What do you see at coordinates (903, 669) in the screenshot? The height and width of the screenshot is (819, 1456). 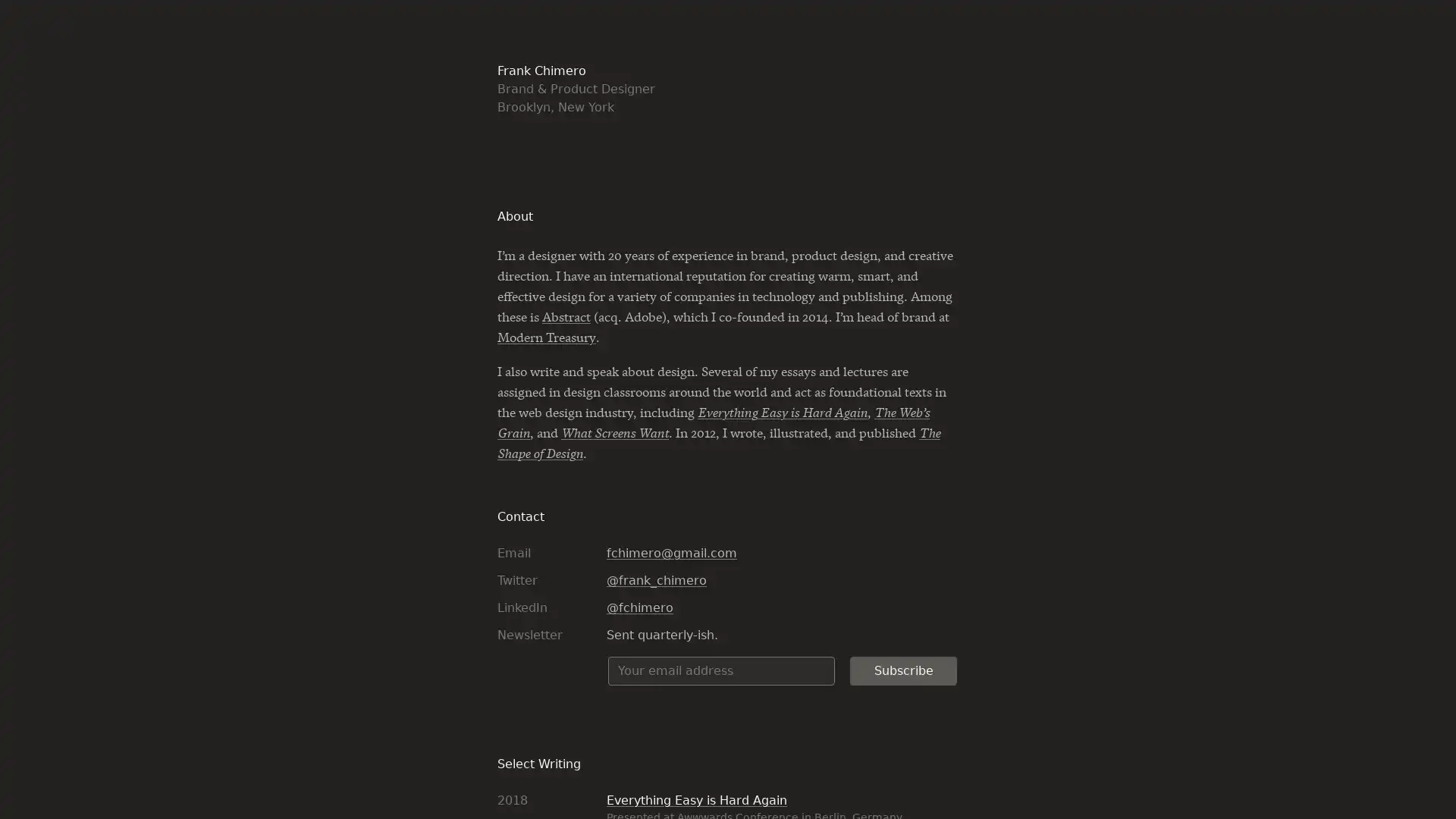 I see `Subscribe` at bounding box center [903, 669].